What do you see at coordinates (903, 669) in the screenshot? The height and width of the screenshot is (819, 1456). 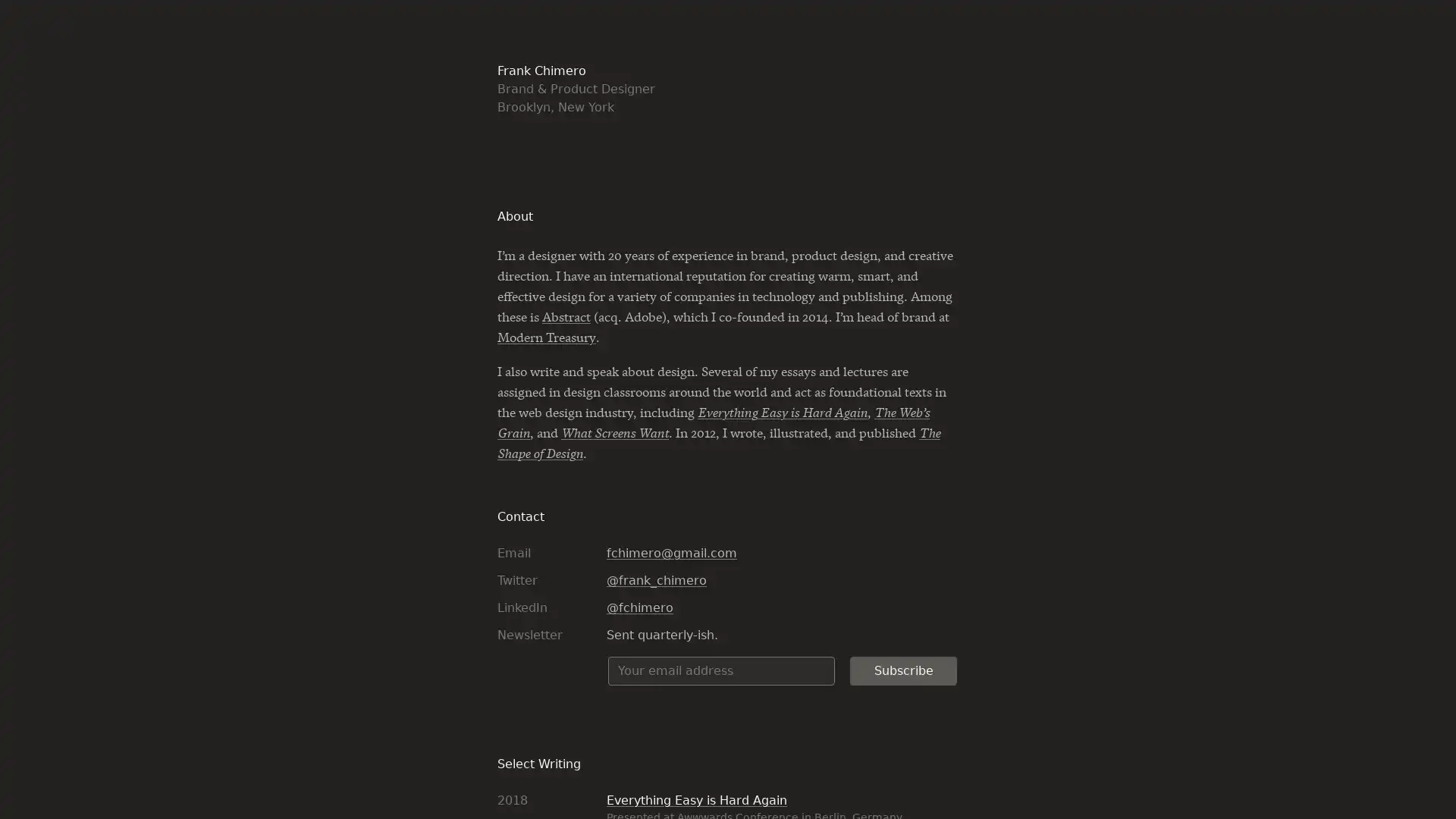 I see `Subscribe` at bounding box center [903, 669].